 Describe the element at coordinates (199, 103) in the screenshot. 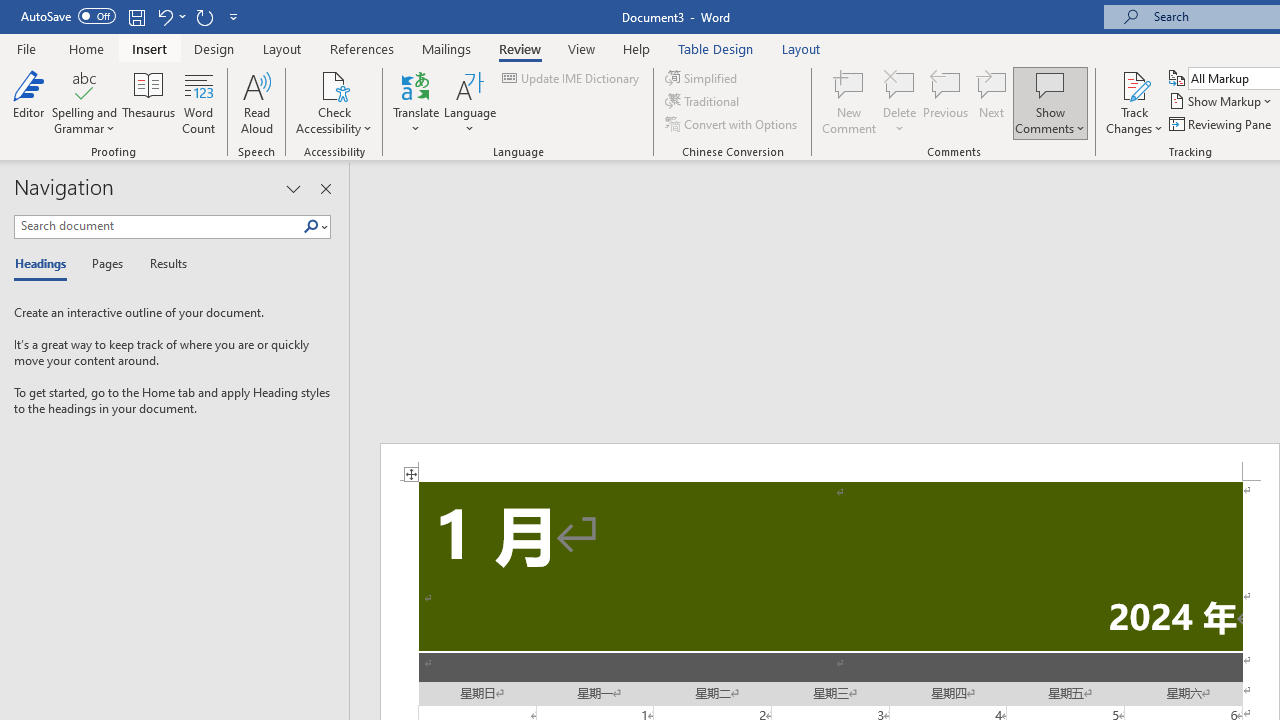

I see `'Word Count'` at that location.